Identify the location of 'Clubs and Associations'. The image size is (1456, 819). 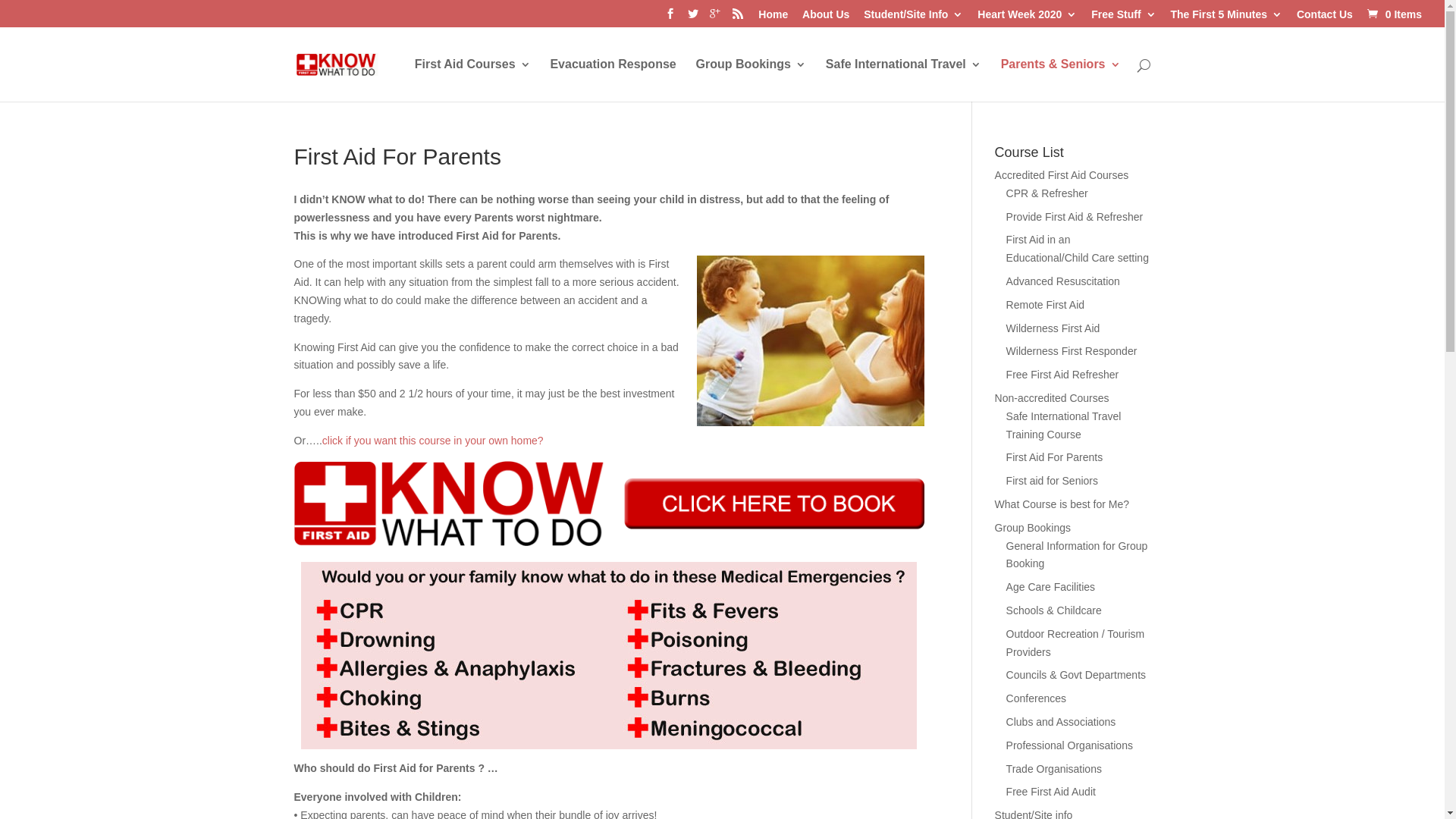
(1060, 721).